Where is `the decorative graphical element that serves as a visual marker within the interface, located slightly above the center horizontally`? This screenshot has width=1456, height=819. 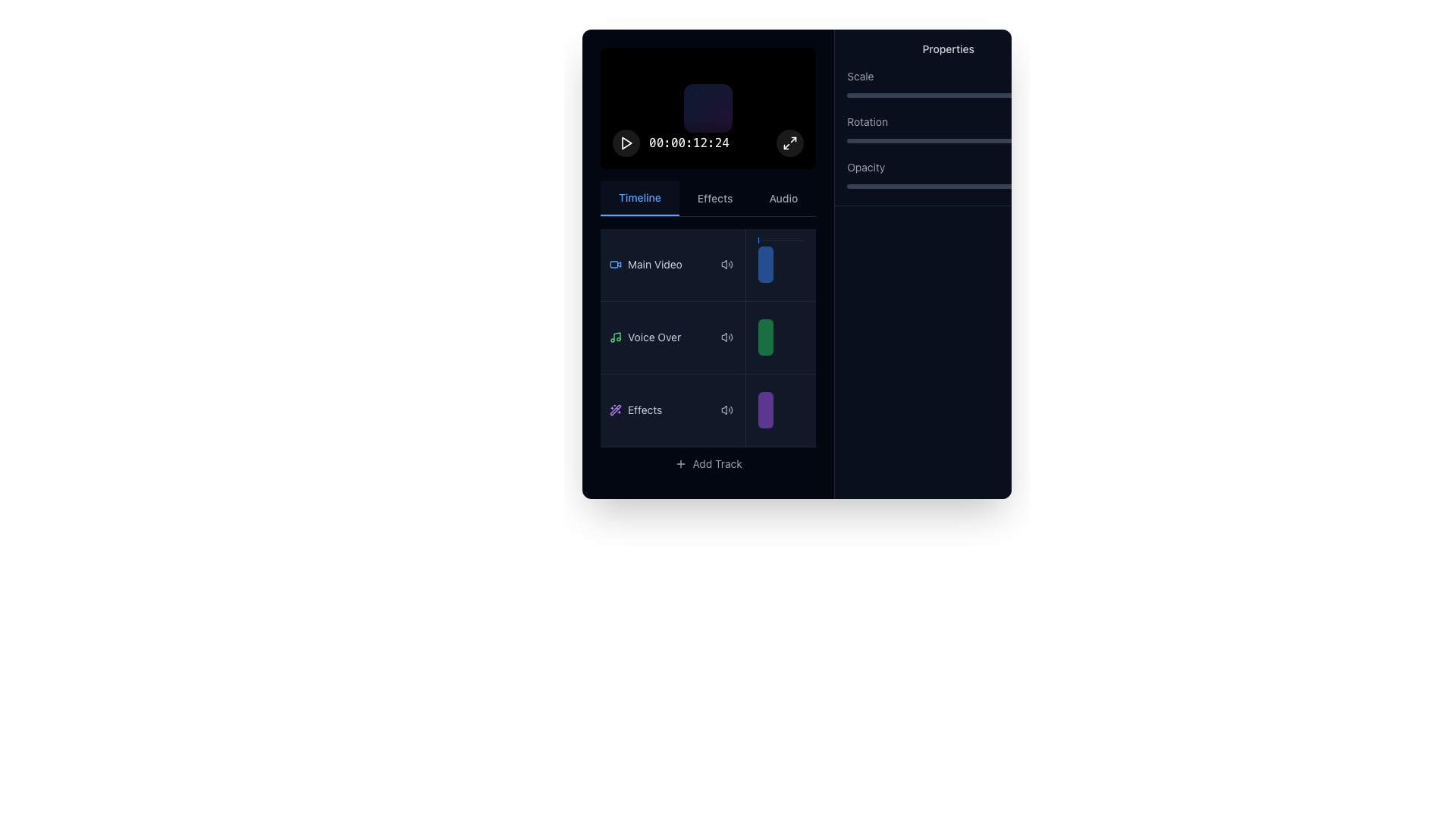
the decorative graphical element that serves as a visual marker within the interface, located slightly above the center horizontally is located at coordinates (708, 107).